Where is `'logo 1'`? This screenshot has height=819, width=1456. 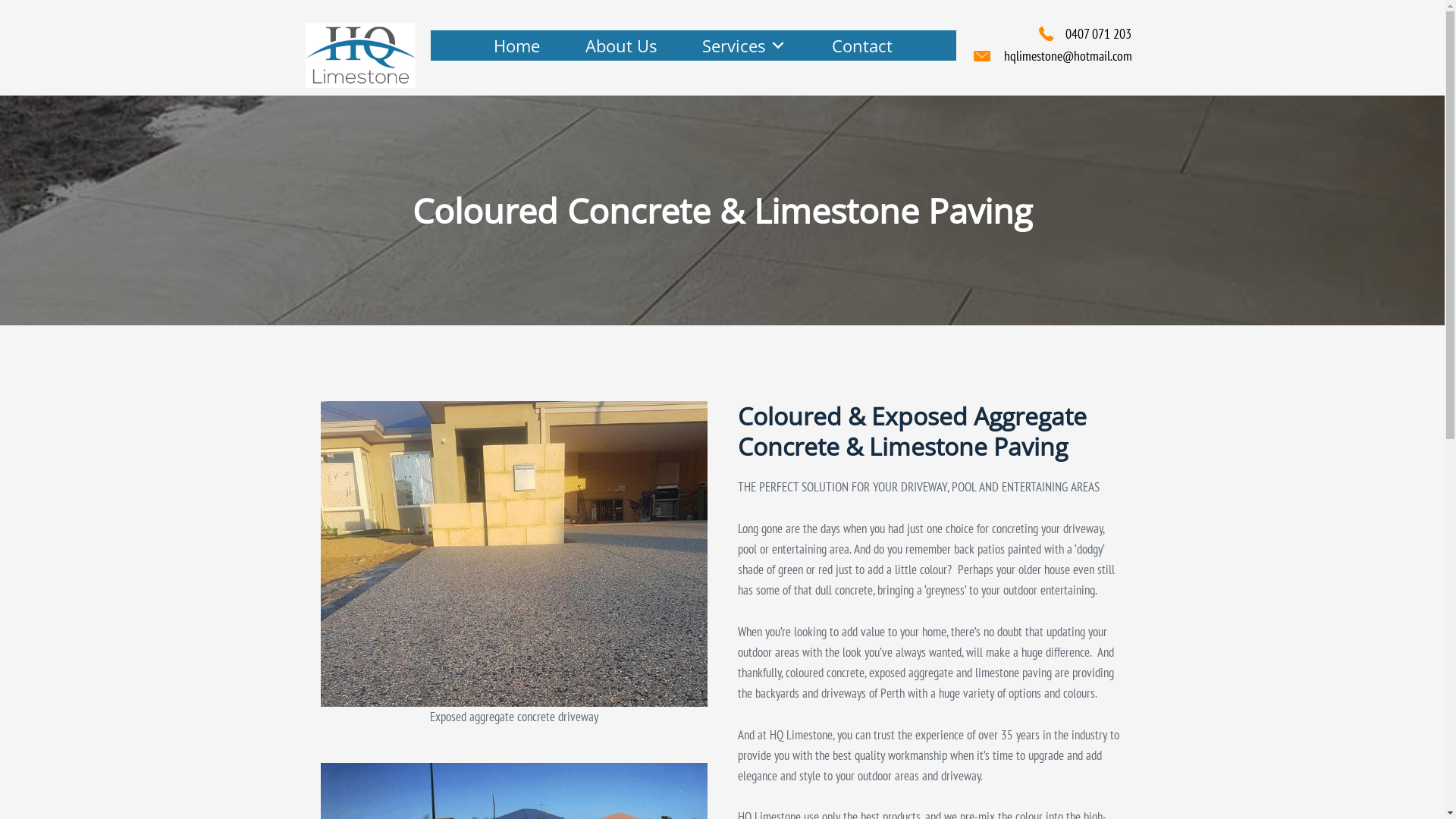
'logo 1' is located at coordinates (304, 55).